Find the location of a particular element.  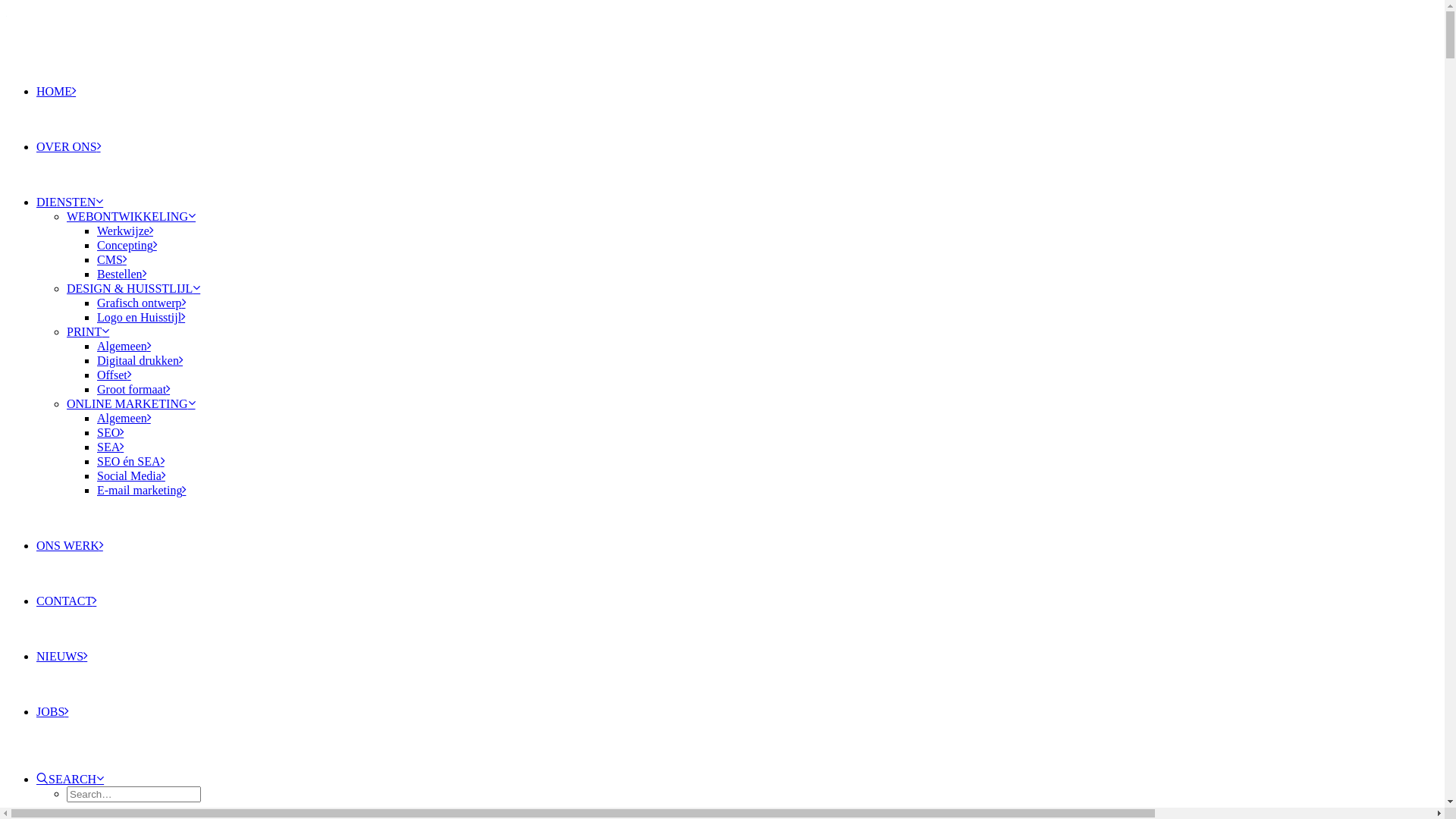

'Bestellen' is located at coordinates (121, 274).